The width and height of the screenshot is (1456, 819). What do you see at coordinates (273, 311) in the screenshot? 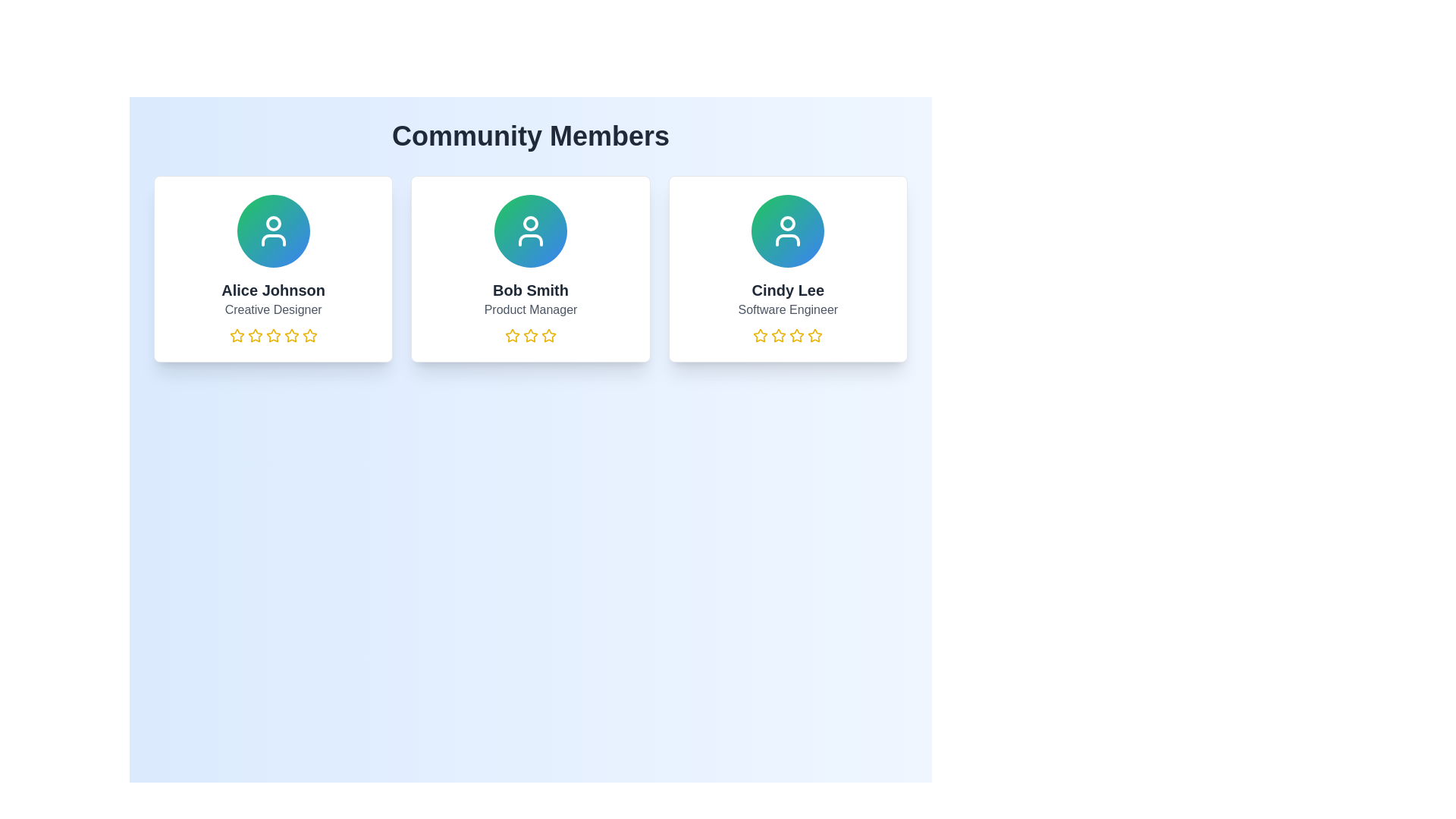
I see `the informational text area displaying 'Alice Johnson' and 'Creative Designer' along with the rating stars for potential future interactions` at bounding box center [273, 311].